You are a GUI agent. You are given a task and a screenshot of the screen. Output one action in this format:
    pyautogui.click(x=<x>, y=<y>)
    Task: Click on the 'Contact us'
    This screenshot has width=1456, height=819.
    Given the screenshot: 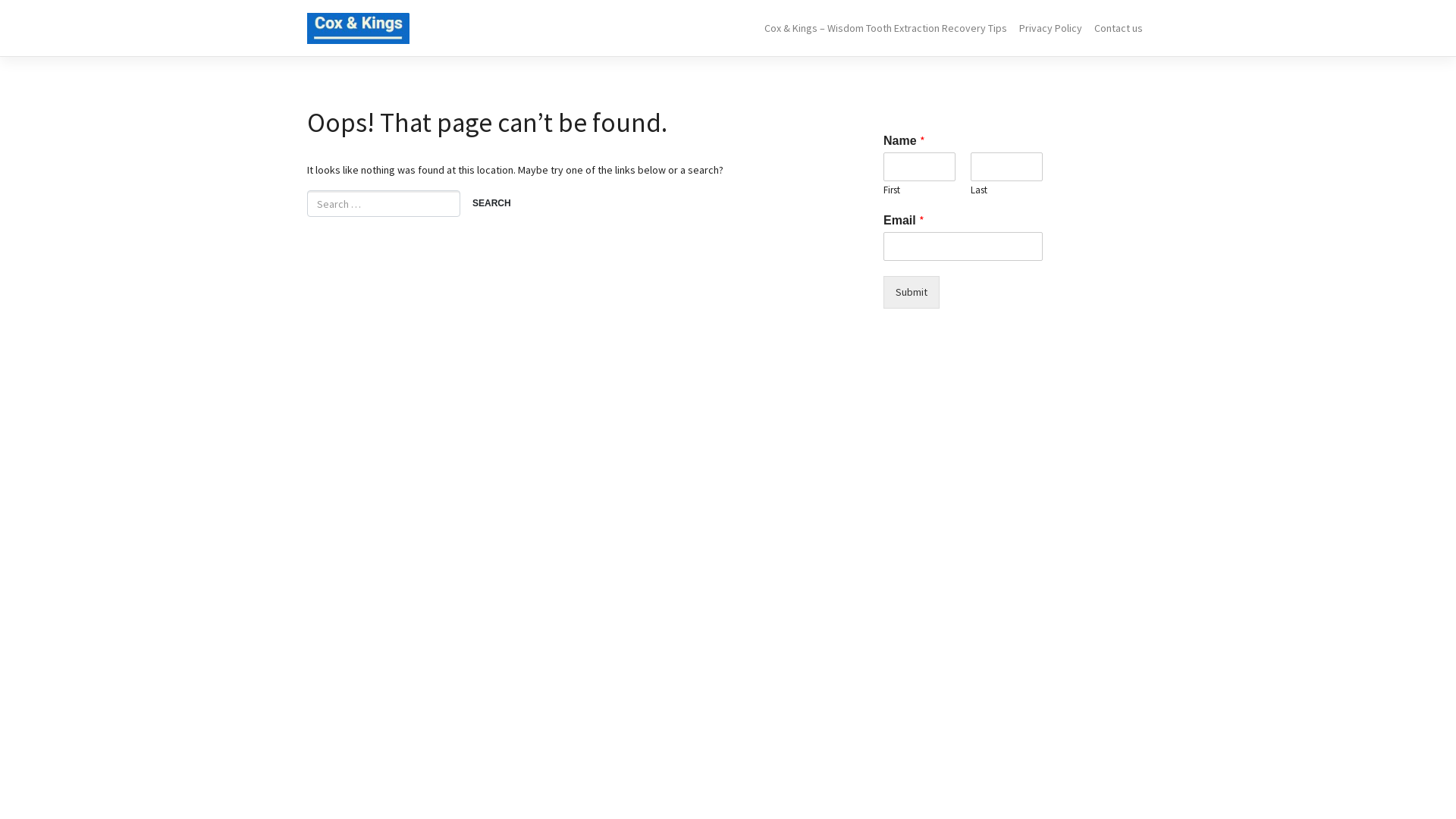 What is the action you would take?
    pyautogui.click(x=1118, y=28)
    